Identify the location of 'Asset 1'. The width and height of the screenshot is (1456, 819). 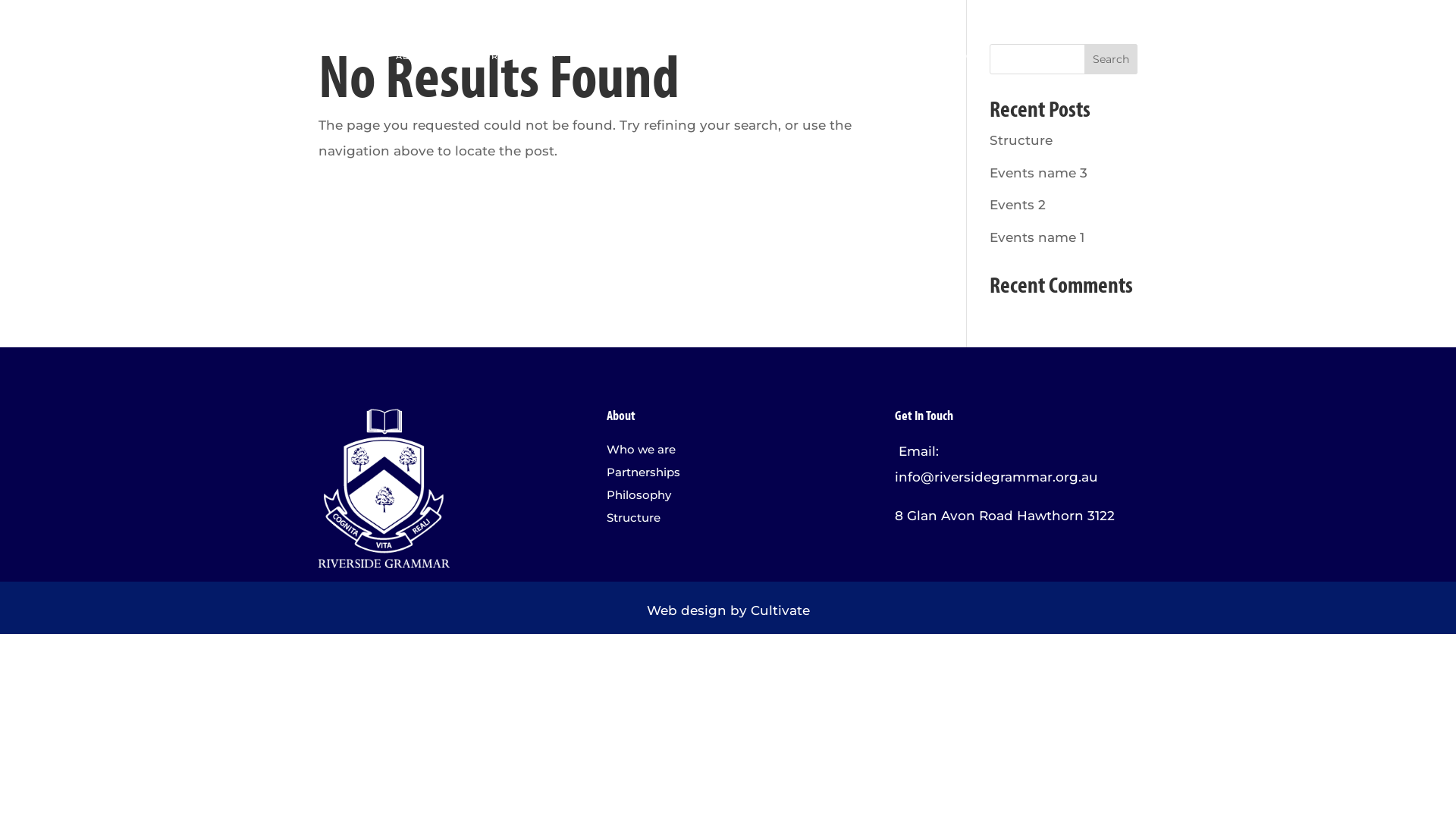
(318, 488).